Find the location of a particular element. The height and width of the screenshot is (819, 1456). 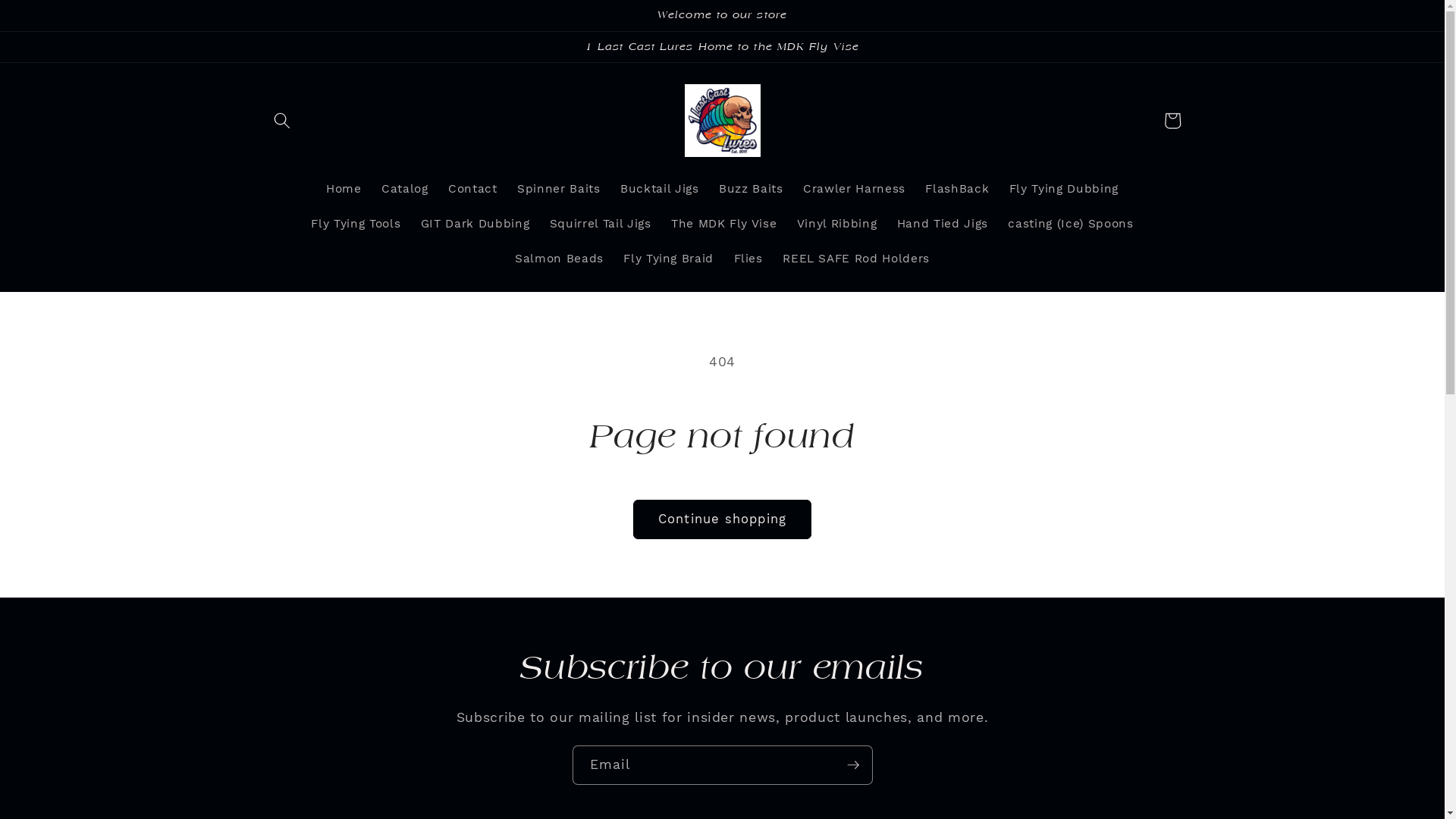

'Cart' is located at coordinates (1171, 119).